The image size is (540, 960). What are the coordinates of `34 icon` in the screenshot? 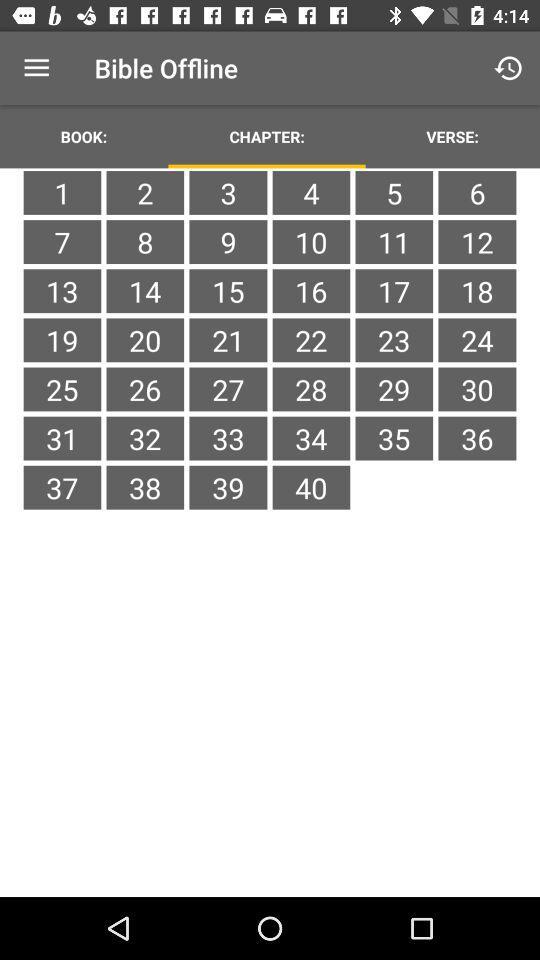 It's located at (311, 438).